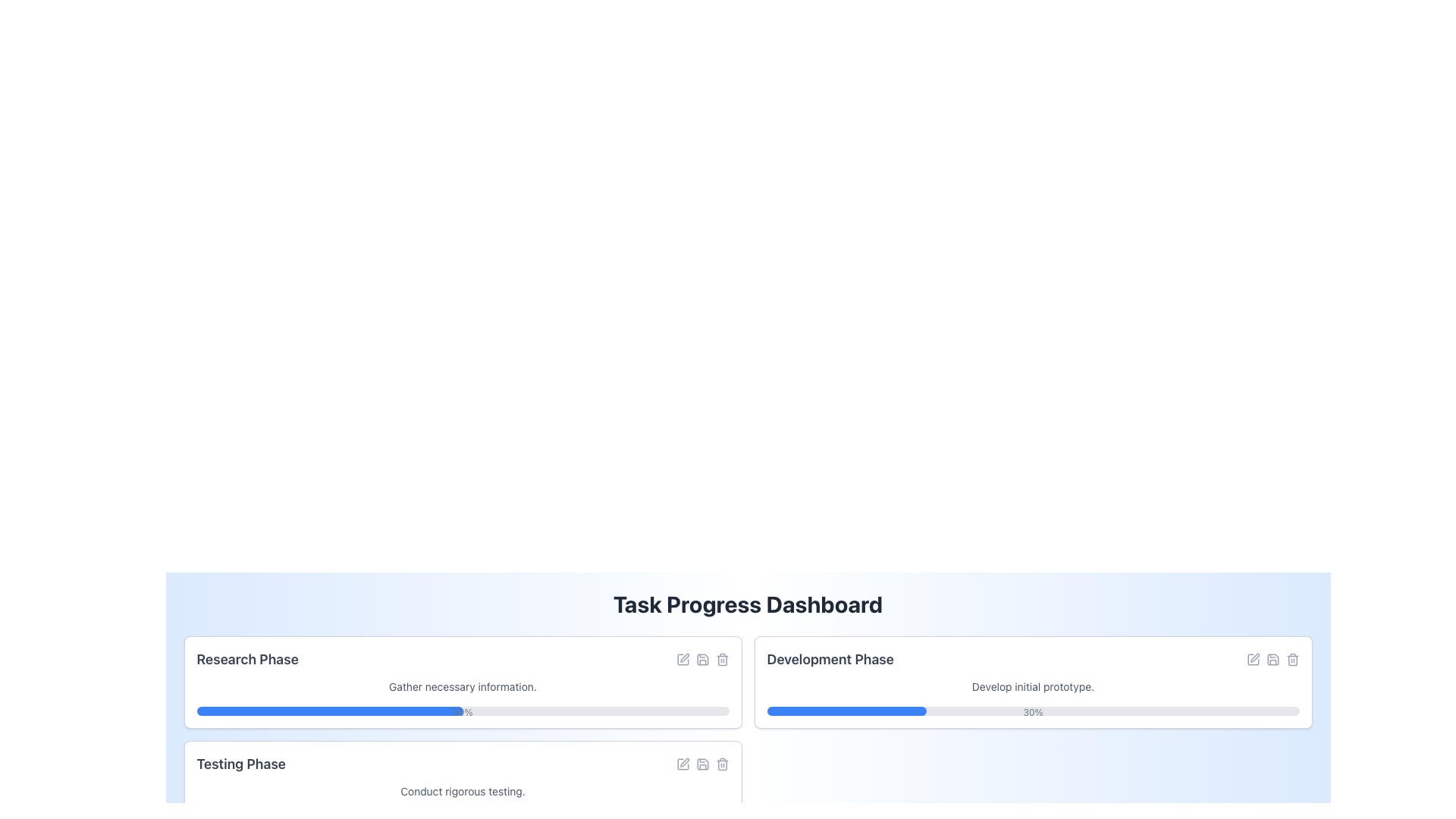  Describe the element at coordinates (1032, 711) in the screenshot. I see `the progress bar indicating 30% completion within the 'Development Phase' card` at that location.